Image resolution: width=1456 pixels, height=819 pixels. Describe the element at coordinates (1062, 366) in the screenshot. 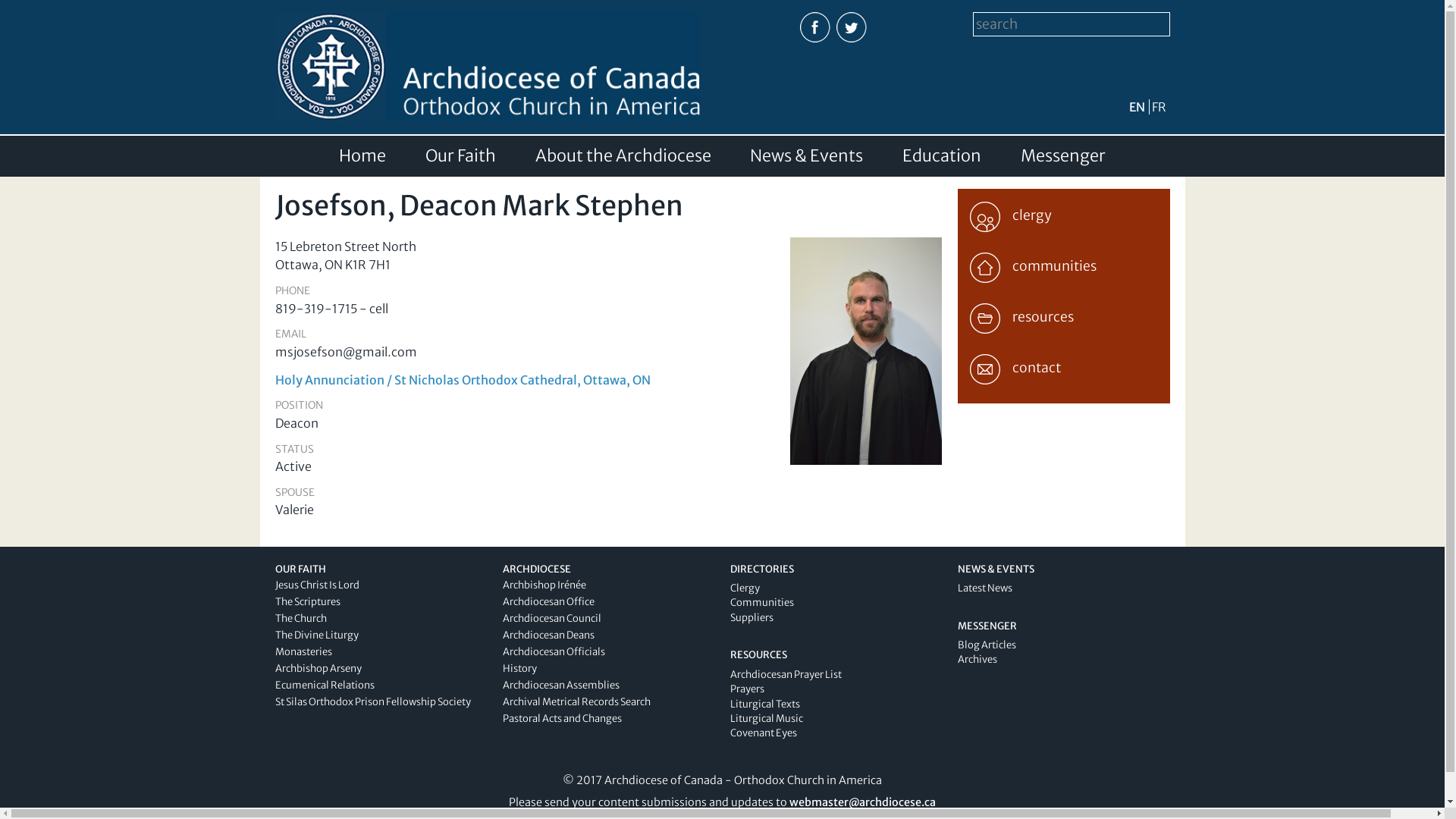

I see `'contact'` at that location.